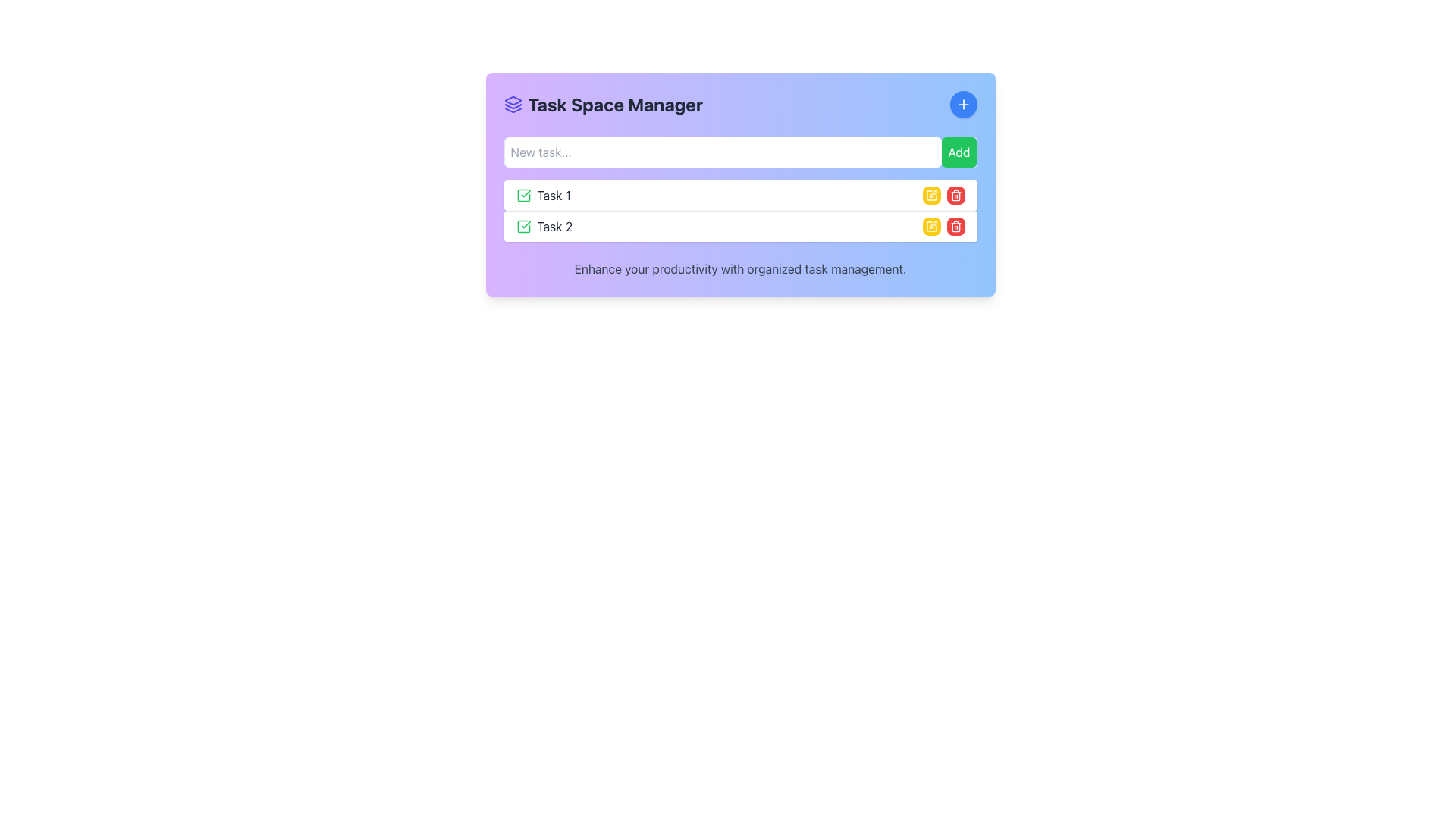  What do you see at coordinates (955, 195) in the screenshot?
I see `the trash bin icon button located on the right side of the task row labeled 'Task 2'` at bounding box center [955, 195].